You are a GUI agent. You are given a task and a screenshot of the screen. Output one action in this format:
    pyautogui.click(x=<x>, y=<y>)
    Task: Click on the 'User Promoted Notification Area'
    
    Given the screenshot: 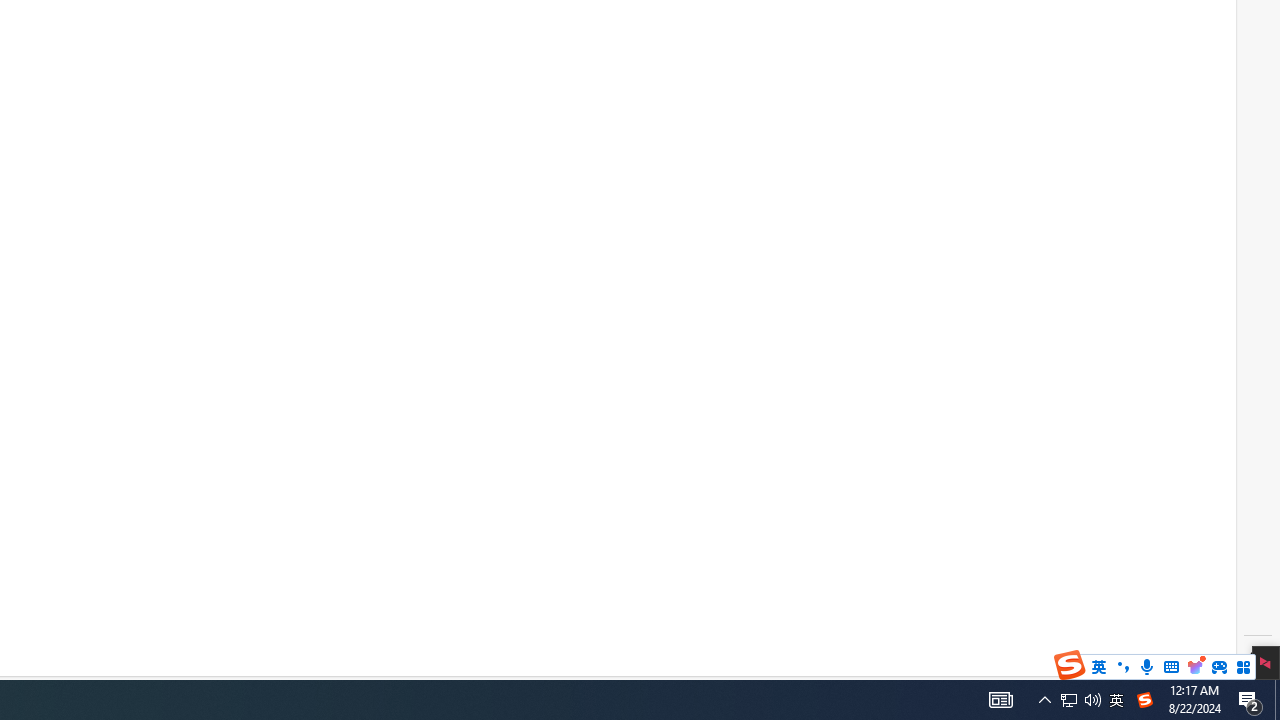 What is the action you would take?
    pyautogui.click(x=1079, y=698)
    